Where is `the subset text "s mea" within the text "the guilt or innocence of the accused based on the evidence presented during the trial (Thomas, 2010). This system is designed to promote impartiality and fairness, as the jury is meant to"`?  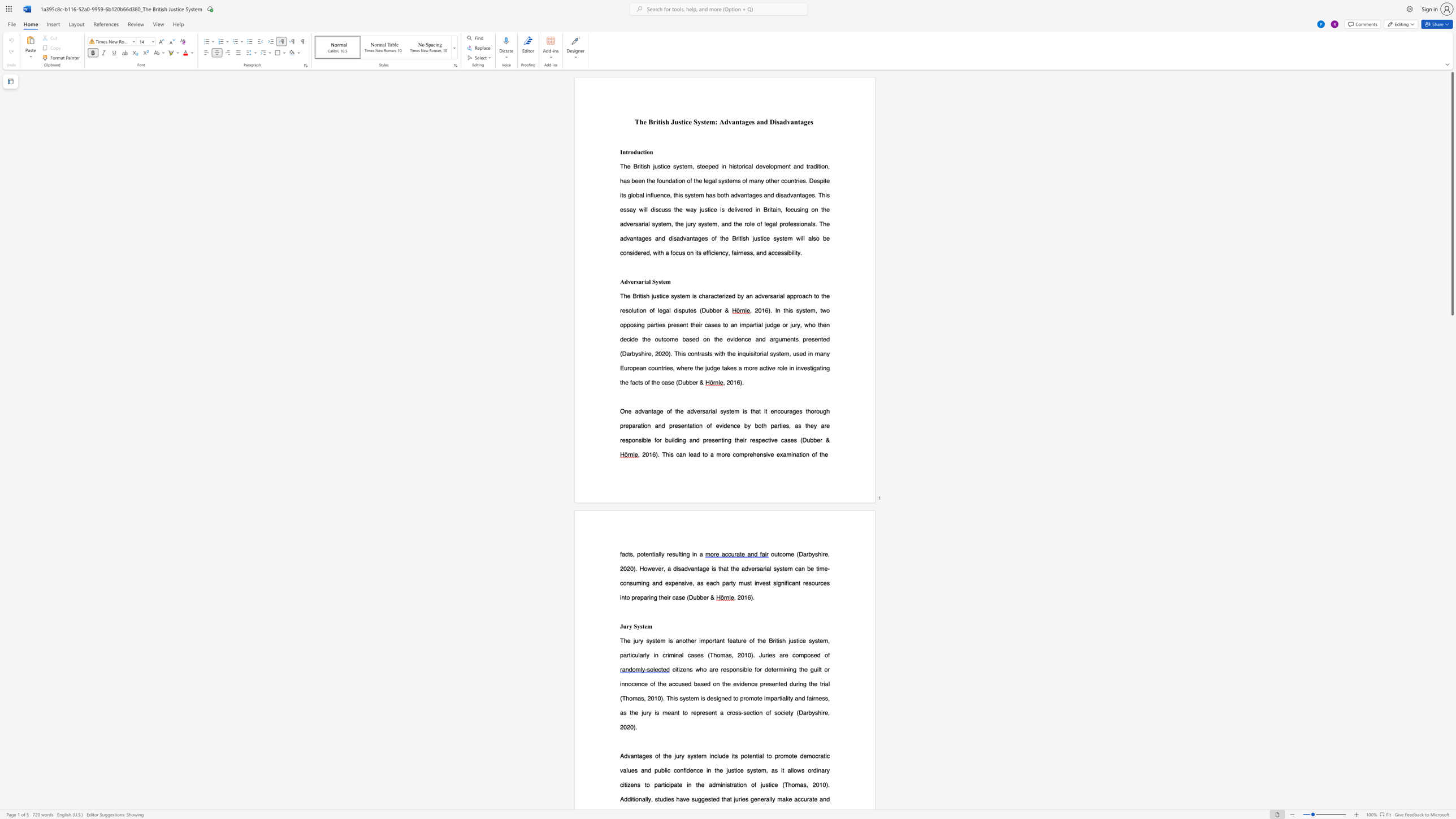 the subset text "s mea" within the text "the guilt or innocence of the accused based on the evidence presented during the trial (Thomas, 2010). This system is designed to promote impartiality and fairness, as the jury is meant to" is located at coordinates (656, 712).